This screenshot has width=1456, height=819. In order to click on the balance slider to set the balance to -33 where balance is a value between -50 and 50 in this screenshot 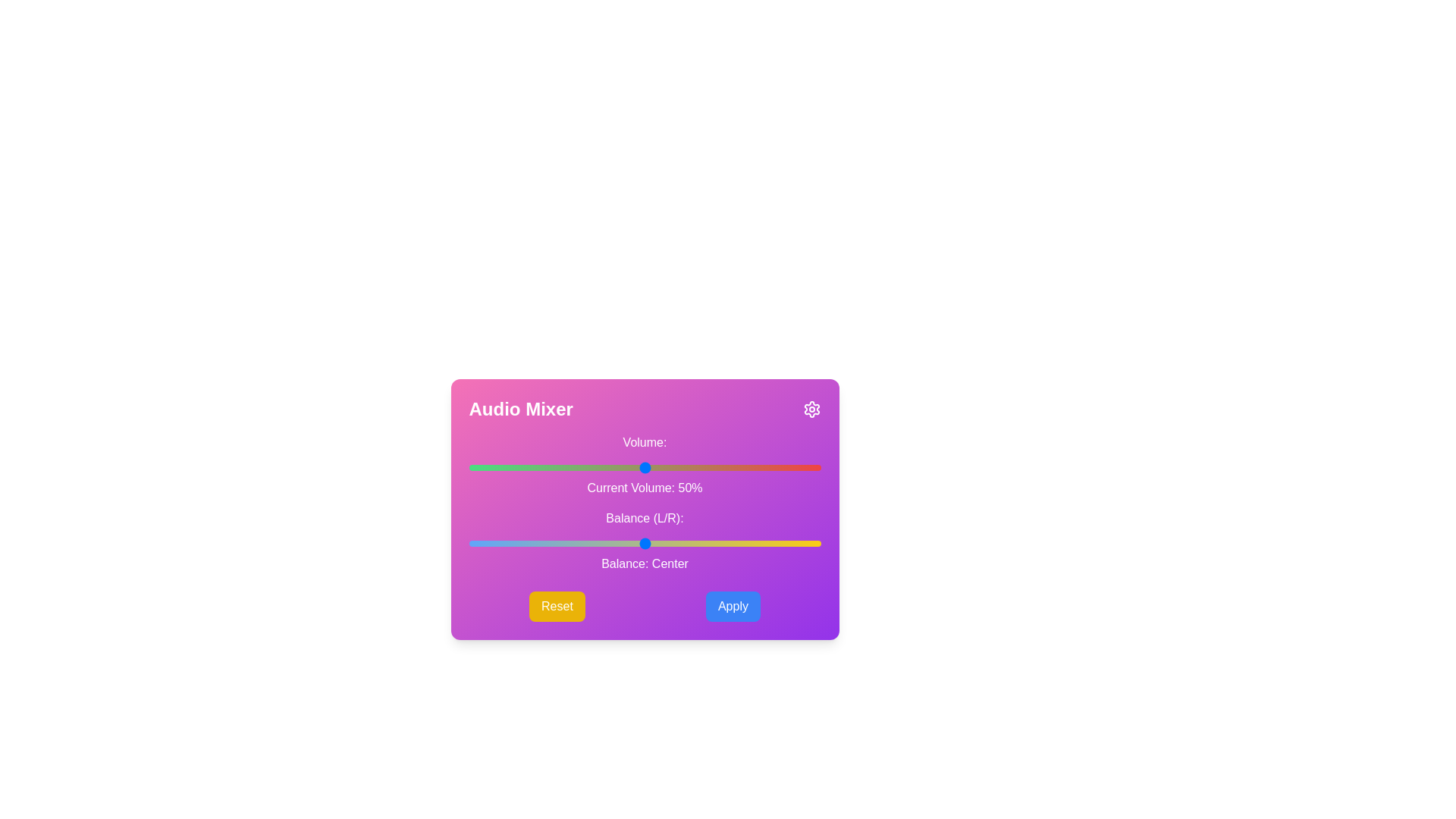, I will do `click(529, 543)`.